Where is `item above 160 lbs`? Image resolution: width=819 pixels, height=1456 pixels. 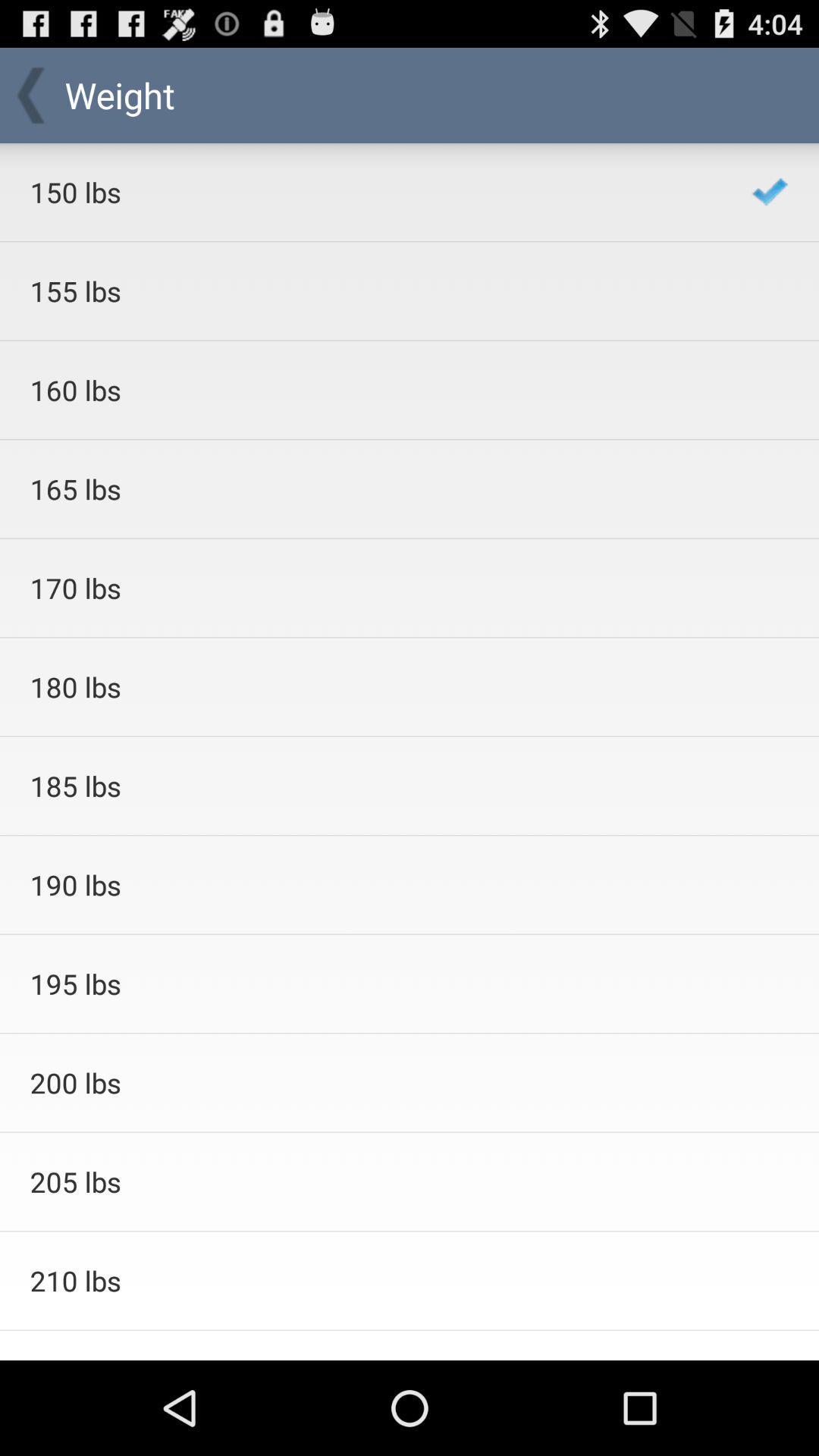 item above 160 lbs is located at coordinates (371, 291).